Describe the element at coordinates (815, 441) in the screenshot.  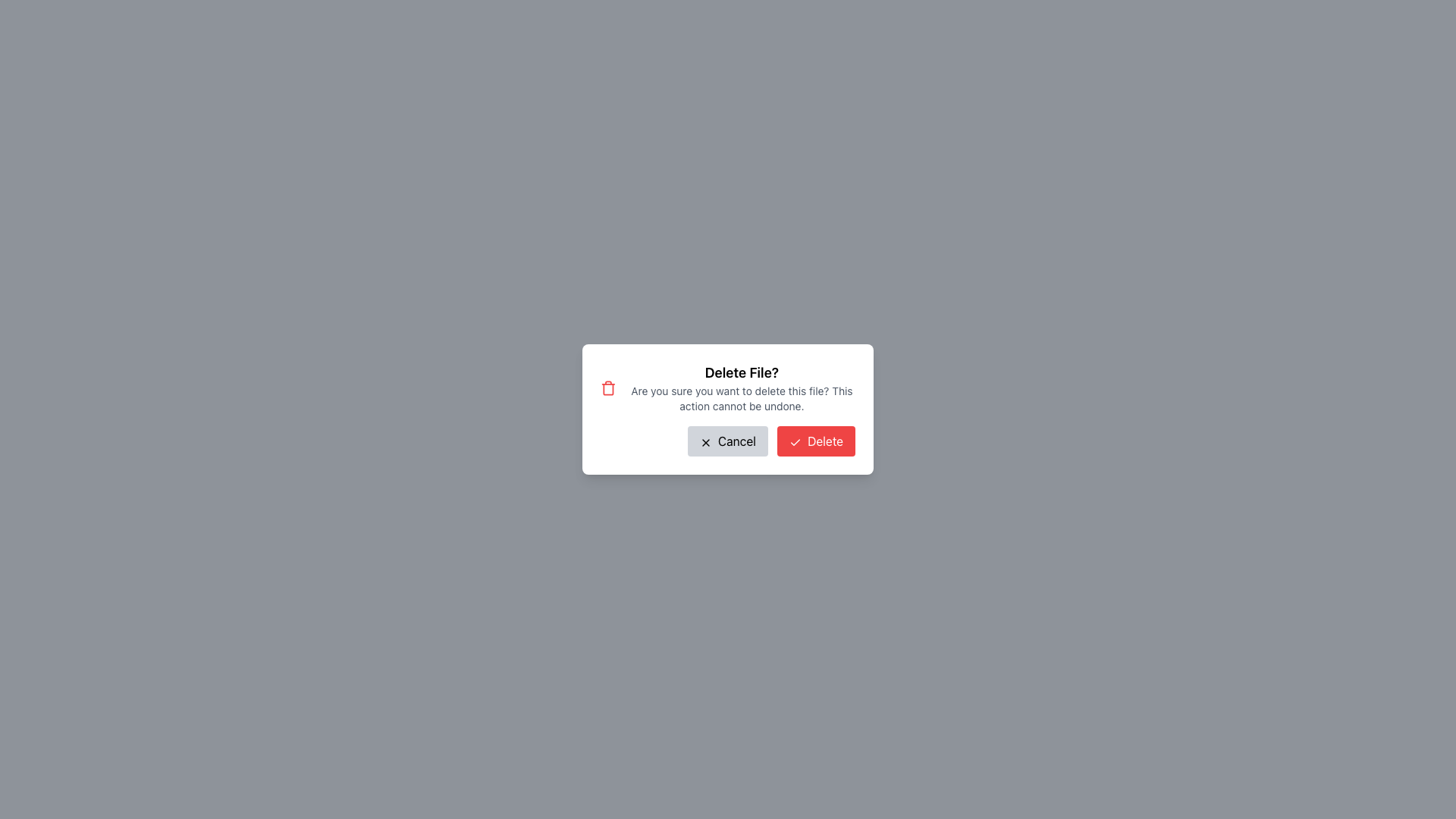
I see `the 'Delete' button with a red background and white text` at that location.